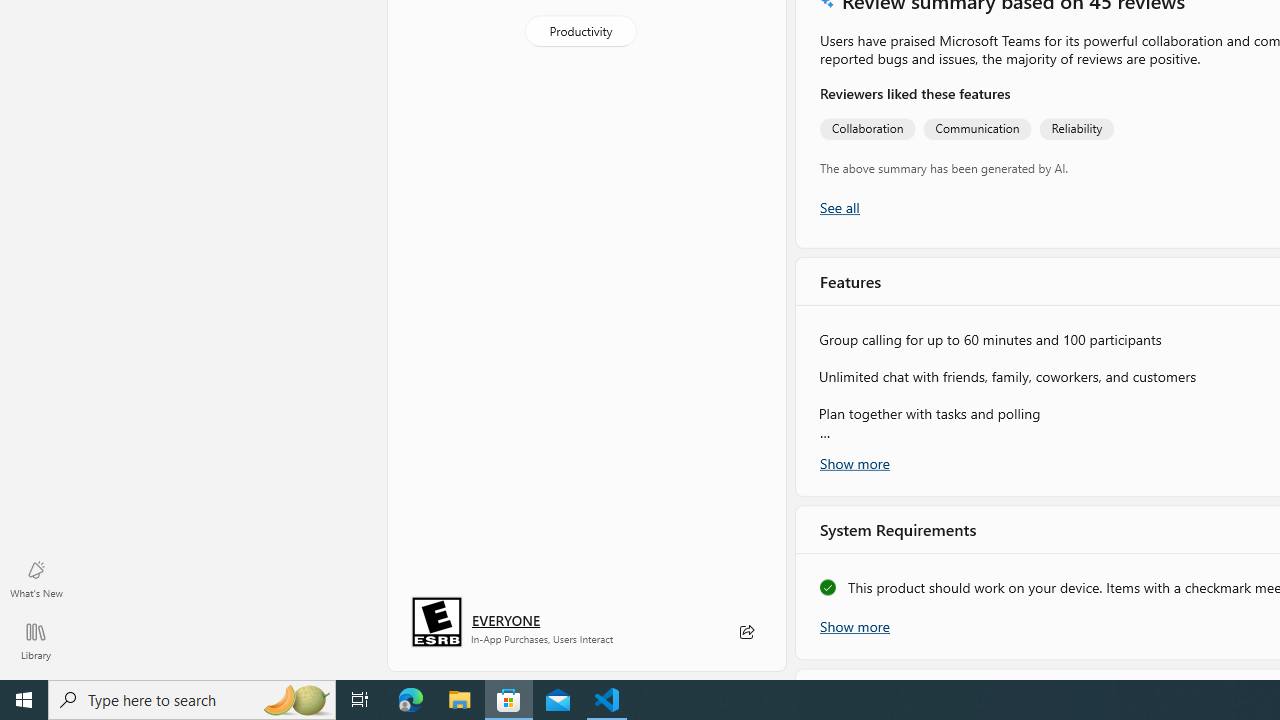  Describe the element at coordinates (578, 30) in the screenshot. I see `'Productivity'` at that location.